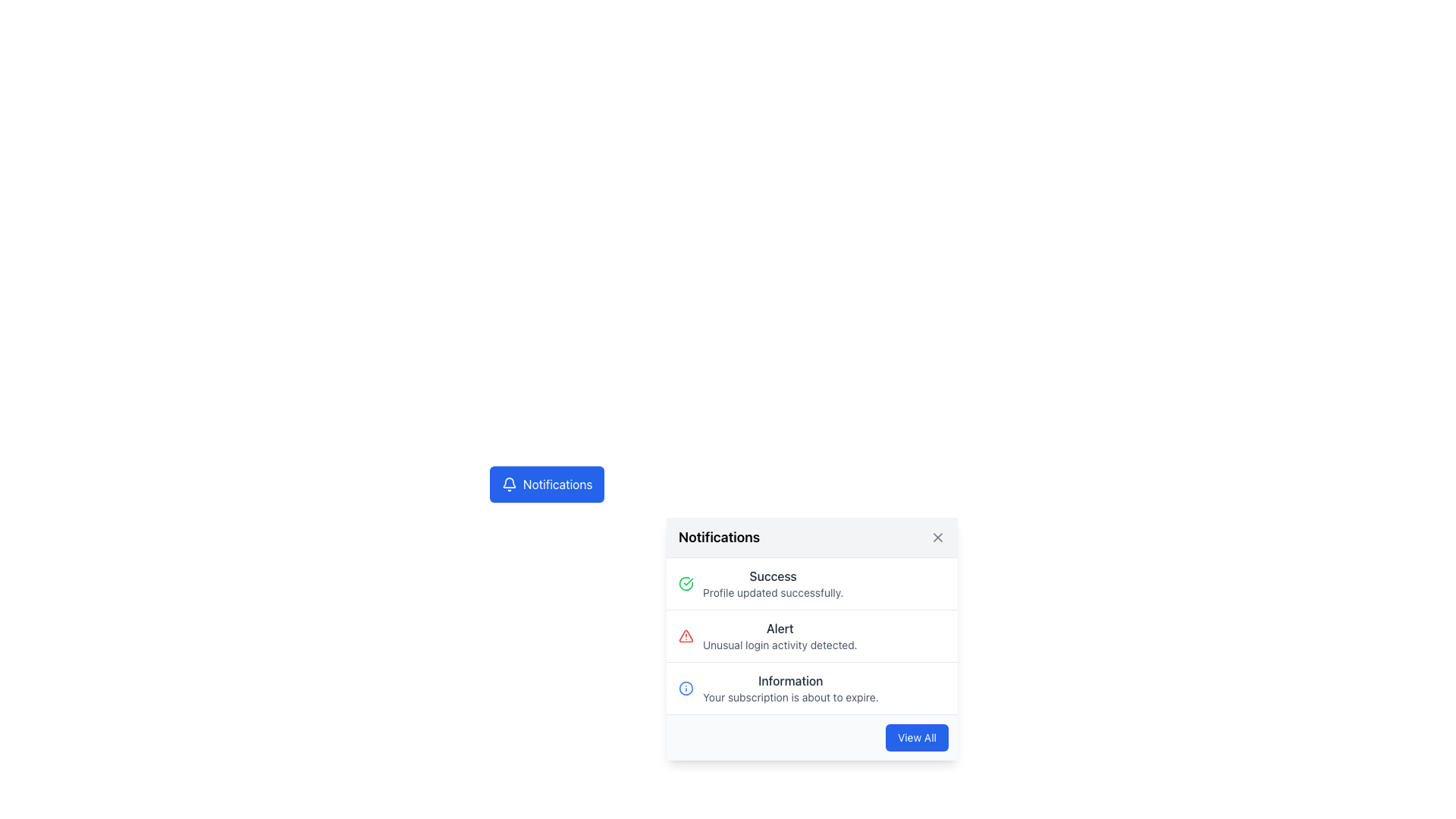 The width and height of the screenshot is (1456, 819). Describe the element at coordinates (686, 583) in the screenshot. I see `the circular checkmark icon that represents a success confirmation message in the notification, located at the top-left of the Success notification item preceding the text 'Success'` at that location.